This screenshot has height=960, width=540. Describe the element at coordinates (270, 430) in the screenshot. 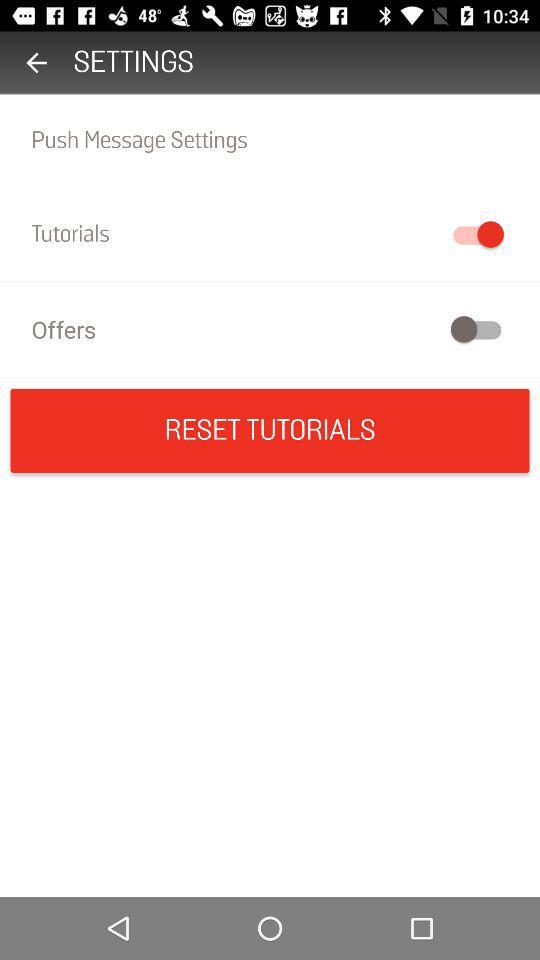

I see `the reset tutorials item` at that location.